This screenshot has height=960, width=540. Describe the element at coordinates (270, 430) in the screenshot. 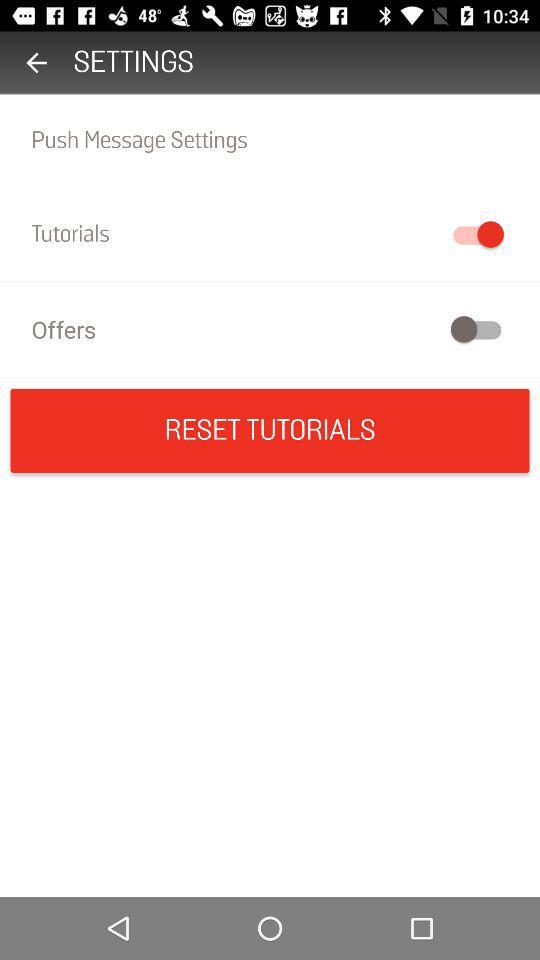

I see `the reset tutorials item` at that location.